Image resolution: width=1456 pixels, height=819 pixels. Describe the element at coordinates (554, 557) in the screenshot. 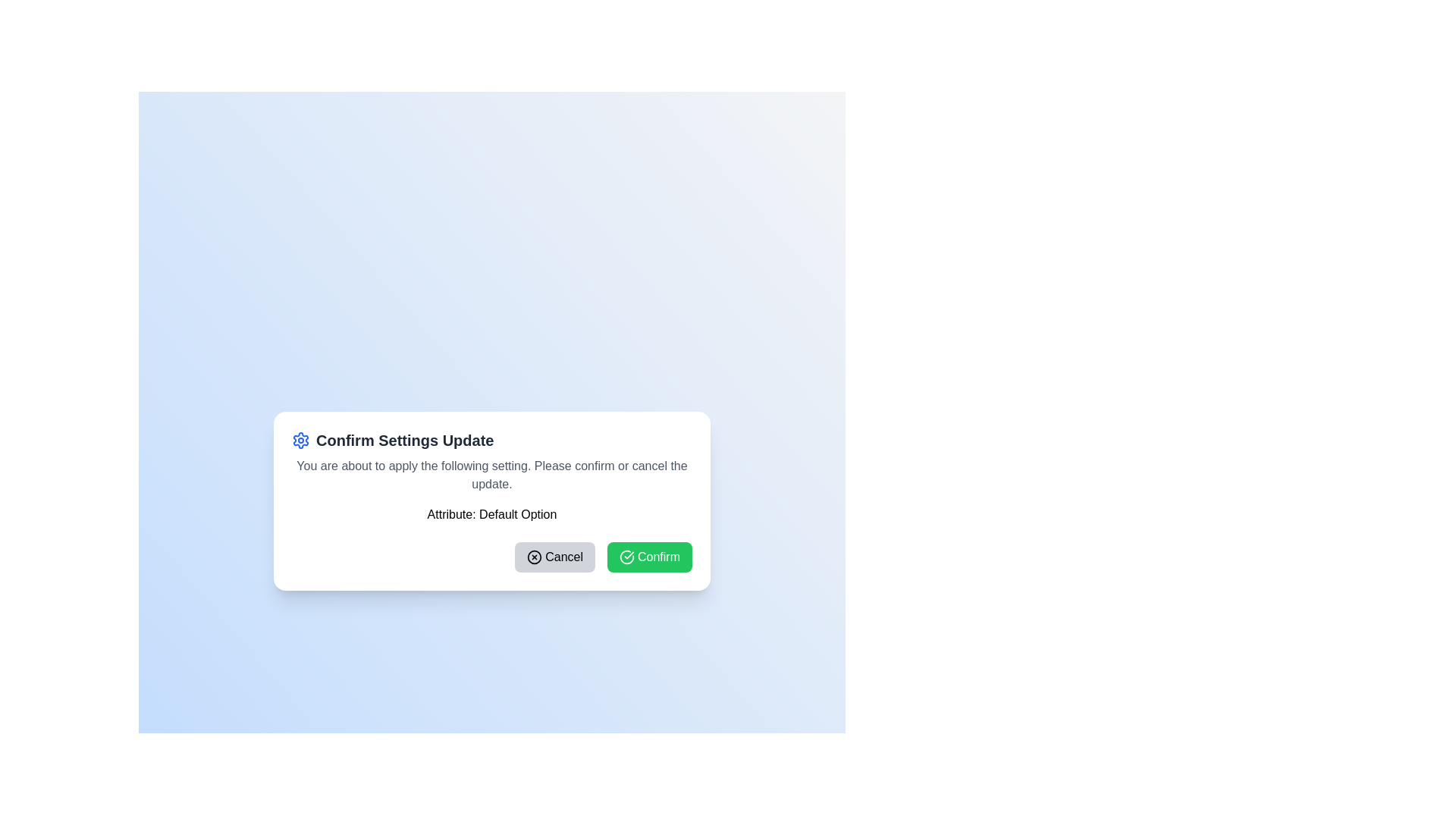

I see `the 'Cancel' button, which has a gray background and contains an icon of a circle with an 'x' and the text 'Cancel', located near the bottom of the dialog box` at that location.